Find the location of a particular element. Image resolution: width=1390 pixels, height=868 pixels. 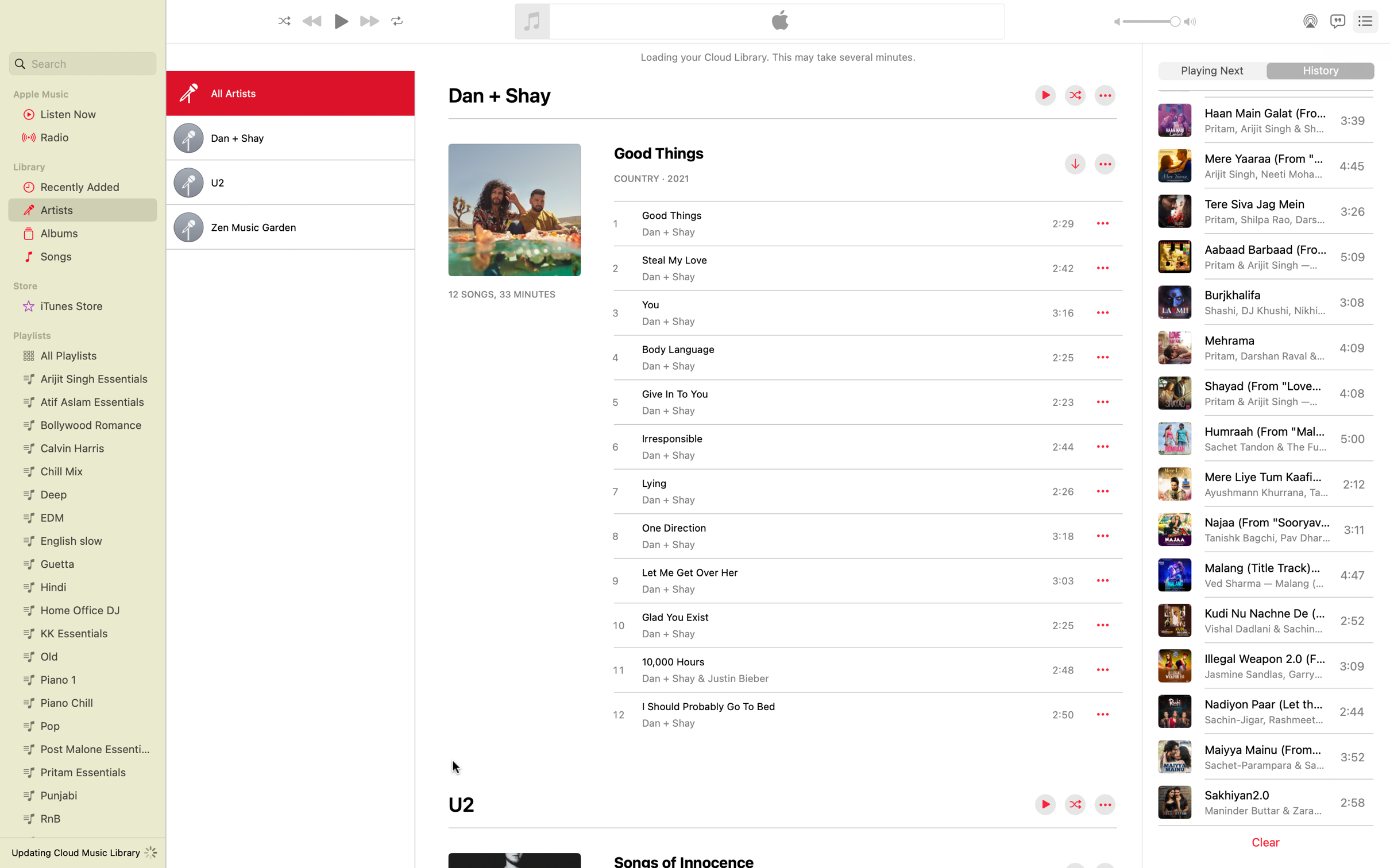

Execute the song "Mere Liye Tum Kaafi is located at coordinates (1264, 483).